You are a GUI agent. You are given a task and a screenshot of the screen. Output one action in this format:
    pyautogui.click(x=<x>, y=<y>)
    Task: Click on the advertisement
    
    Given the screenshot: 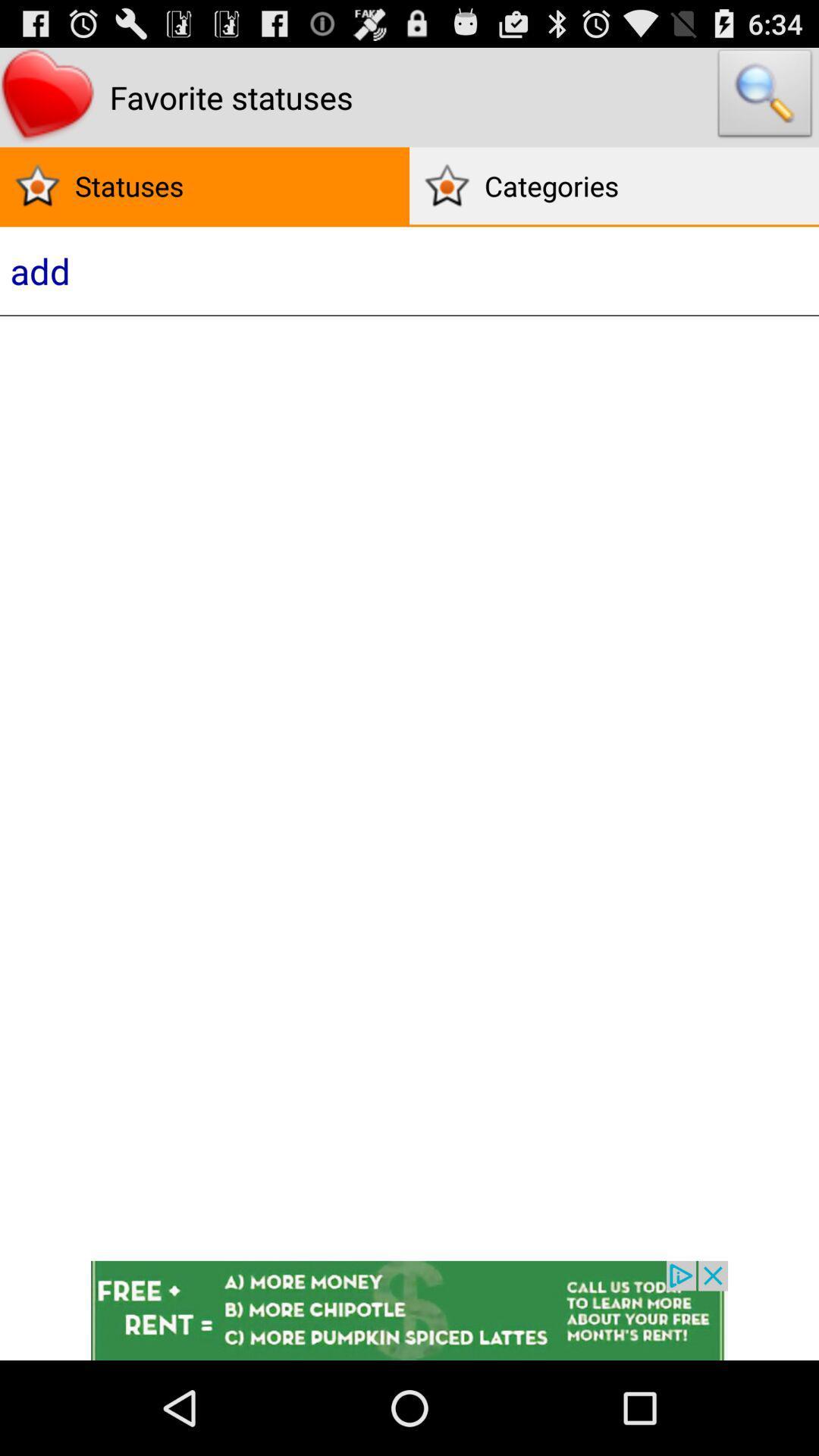 What is the action you would take?
    pyautogui.click(x=409, y=1310)
    